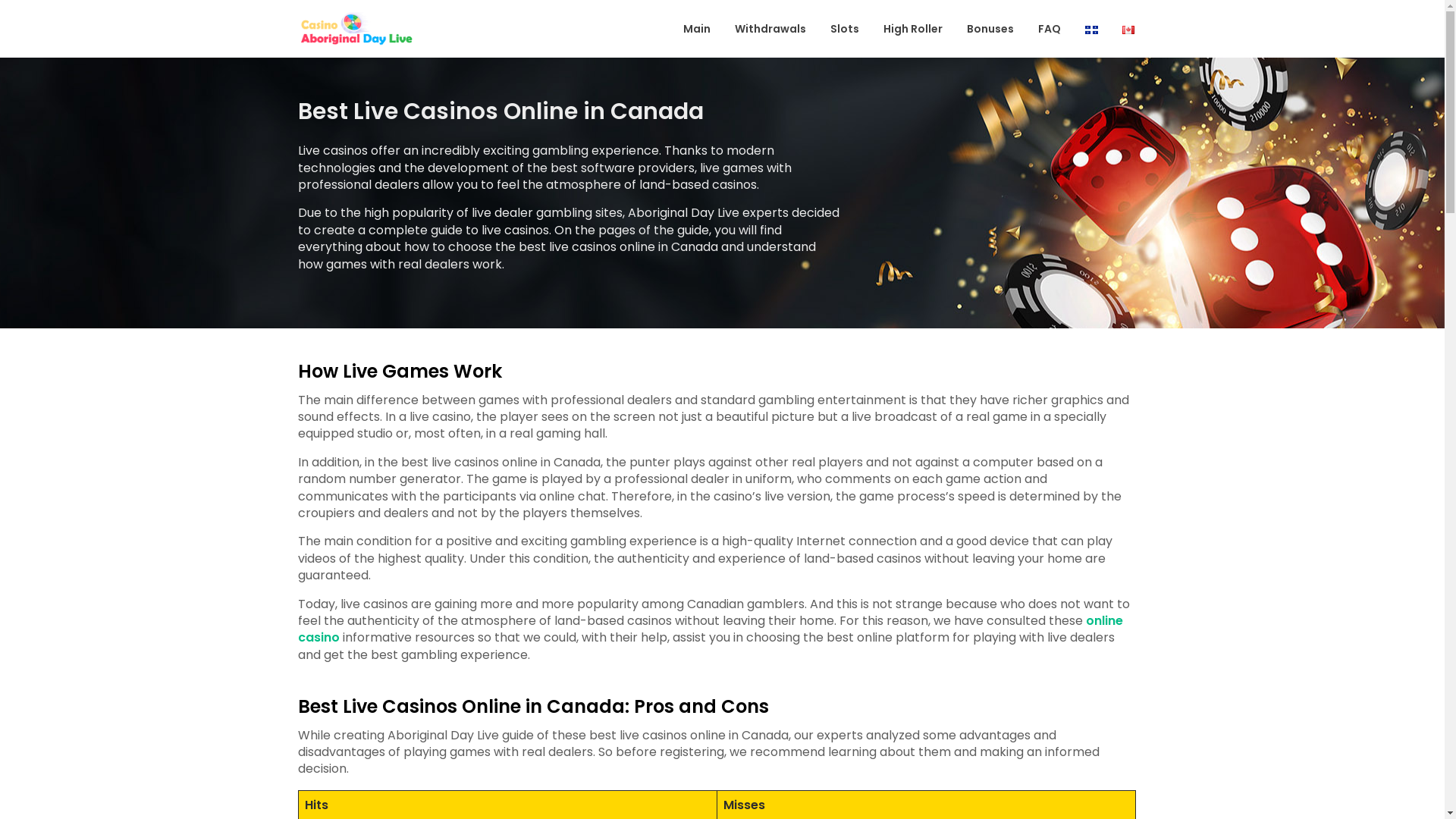 The height and width of the screenshot is (819, 1456). Describe the element at coordinates (466, 42) in the screenshot. I see `'Casino Aboriginal Day Live'` at that location.